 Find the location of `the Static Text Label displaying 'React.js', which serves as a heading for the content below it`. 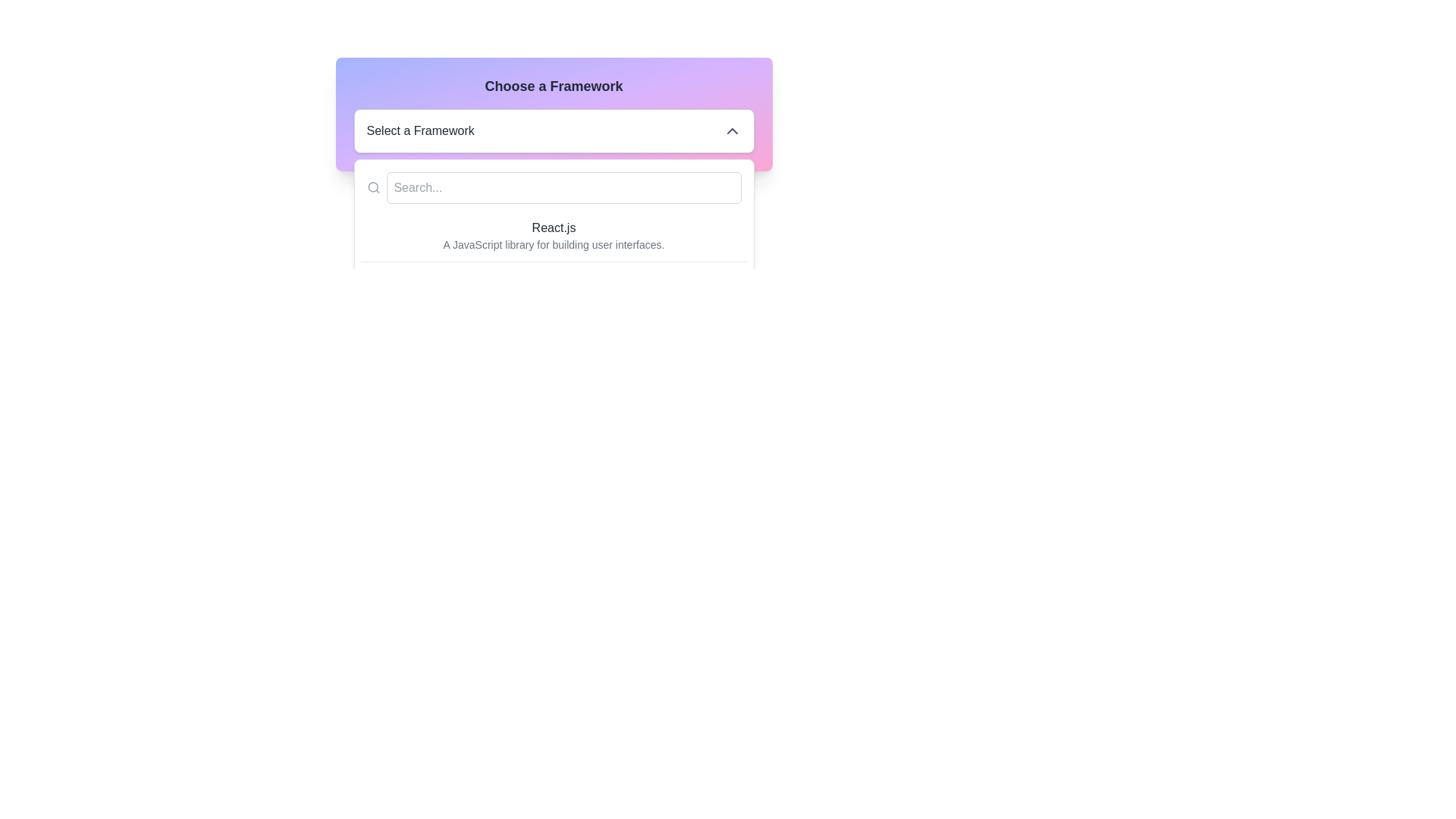

the Static Text Label displaying 'React.js', which serves as a heading for the content below it is located at coordinates (553, 227).